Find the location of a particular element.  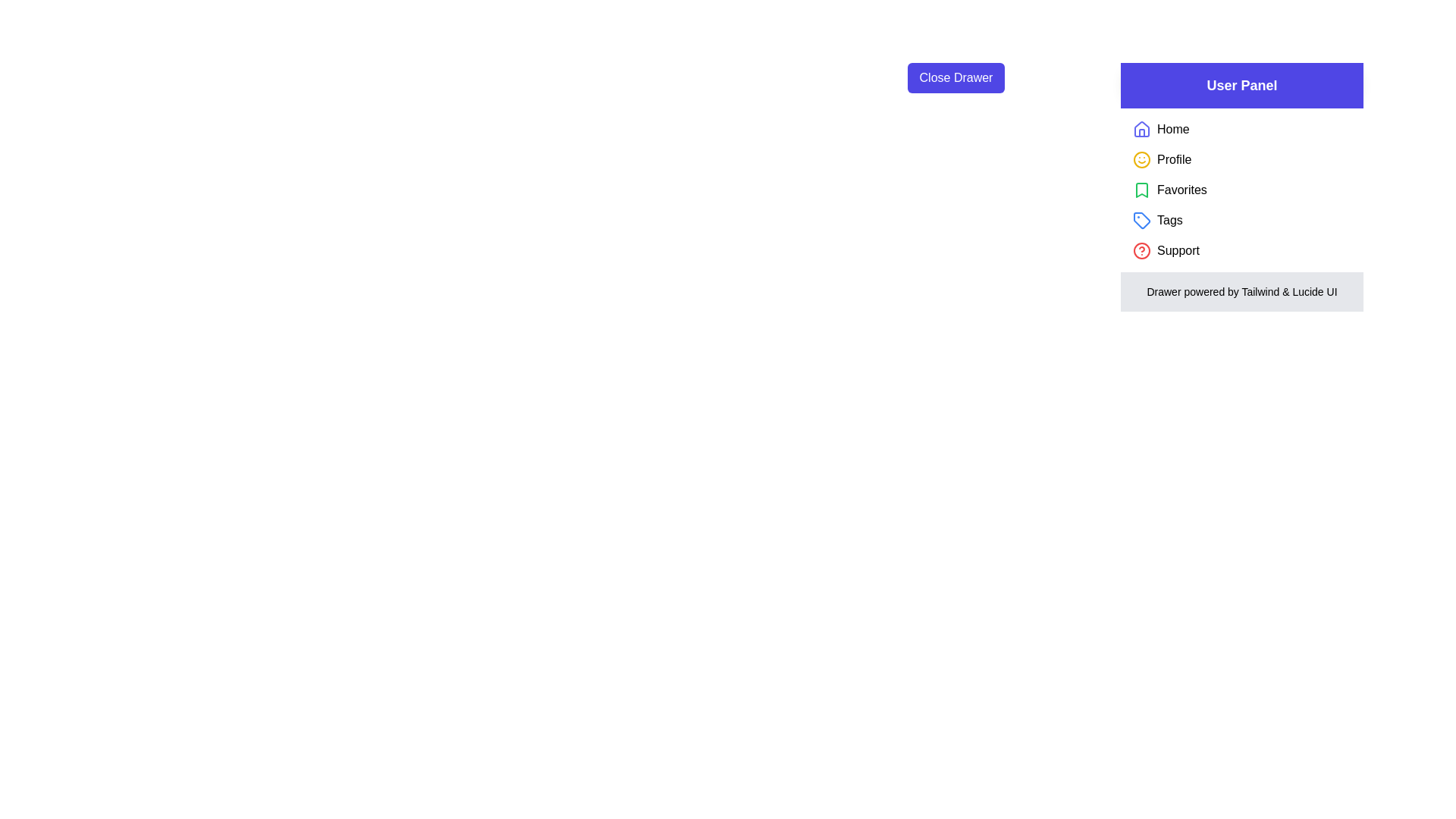

the Favorites within the drawer to examine its text and icon is located at coordinates (1142, 189).